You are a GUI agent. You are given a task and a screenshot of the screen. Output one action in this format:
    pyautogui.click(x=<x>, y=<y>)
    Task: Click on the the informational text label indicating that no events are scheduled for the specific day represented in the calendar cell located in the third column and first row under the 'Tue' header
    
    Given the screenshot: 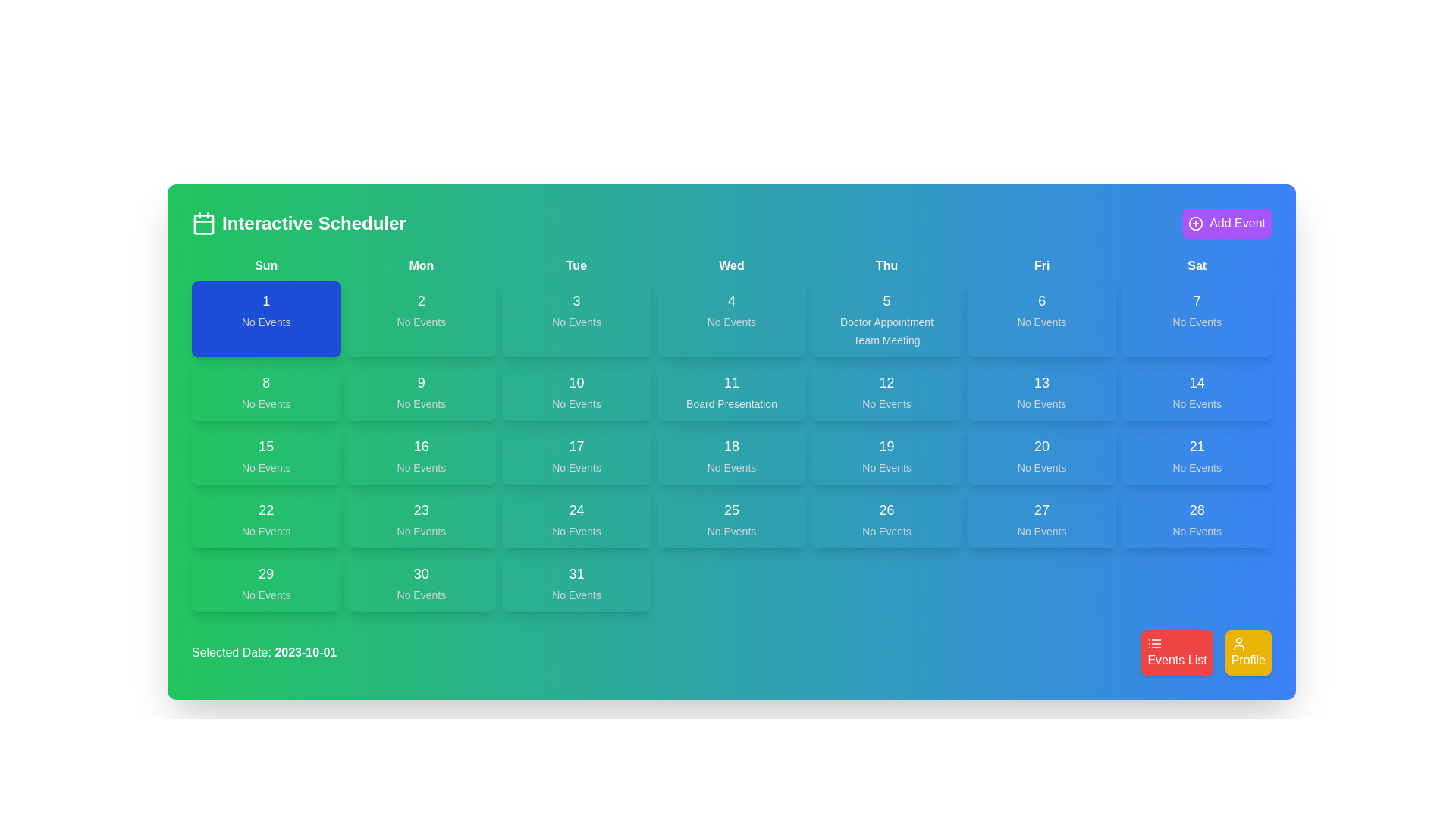 What is the action you would take?
    pyautogui.click(x=576, y=321)
    